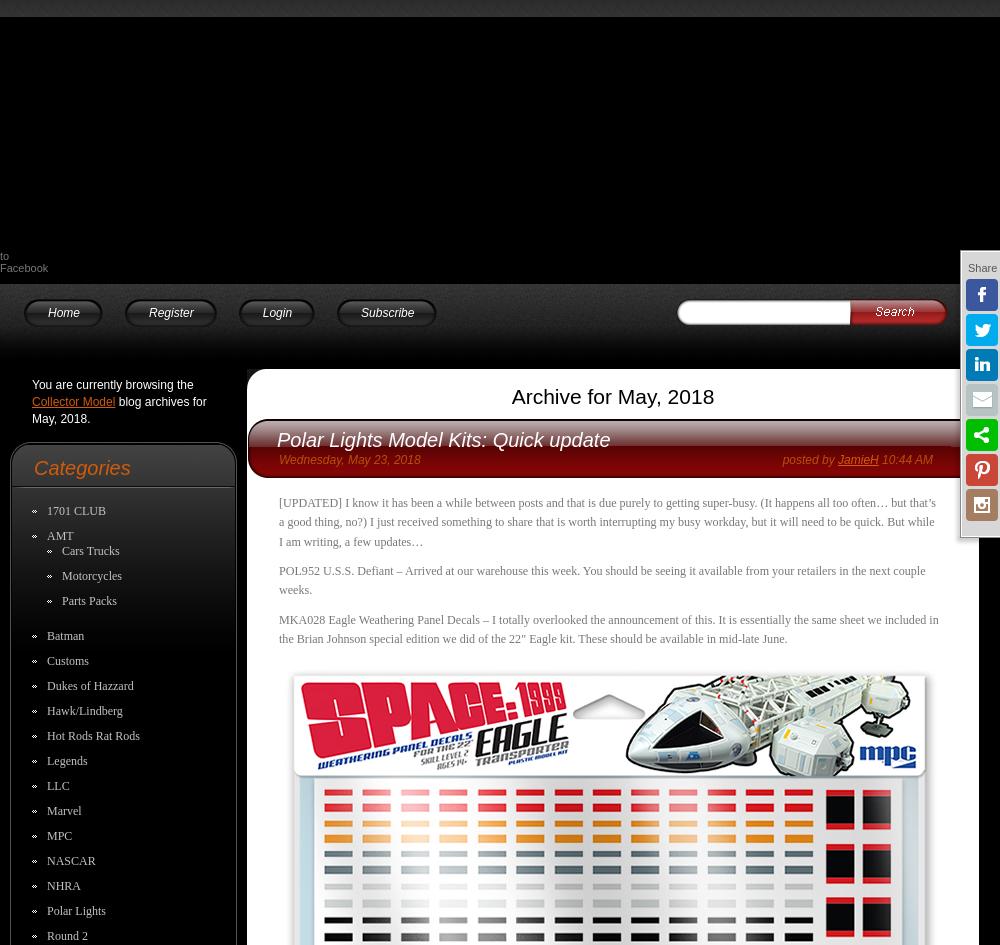 This screenshot has height=945, width=1000. Describe the element at coordinates (47, 810) in the screenshot. I see `'Marvel'` at that location.